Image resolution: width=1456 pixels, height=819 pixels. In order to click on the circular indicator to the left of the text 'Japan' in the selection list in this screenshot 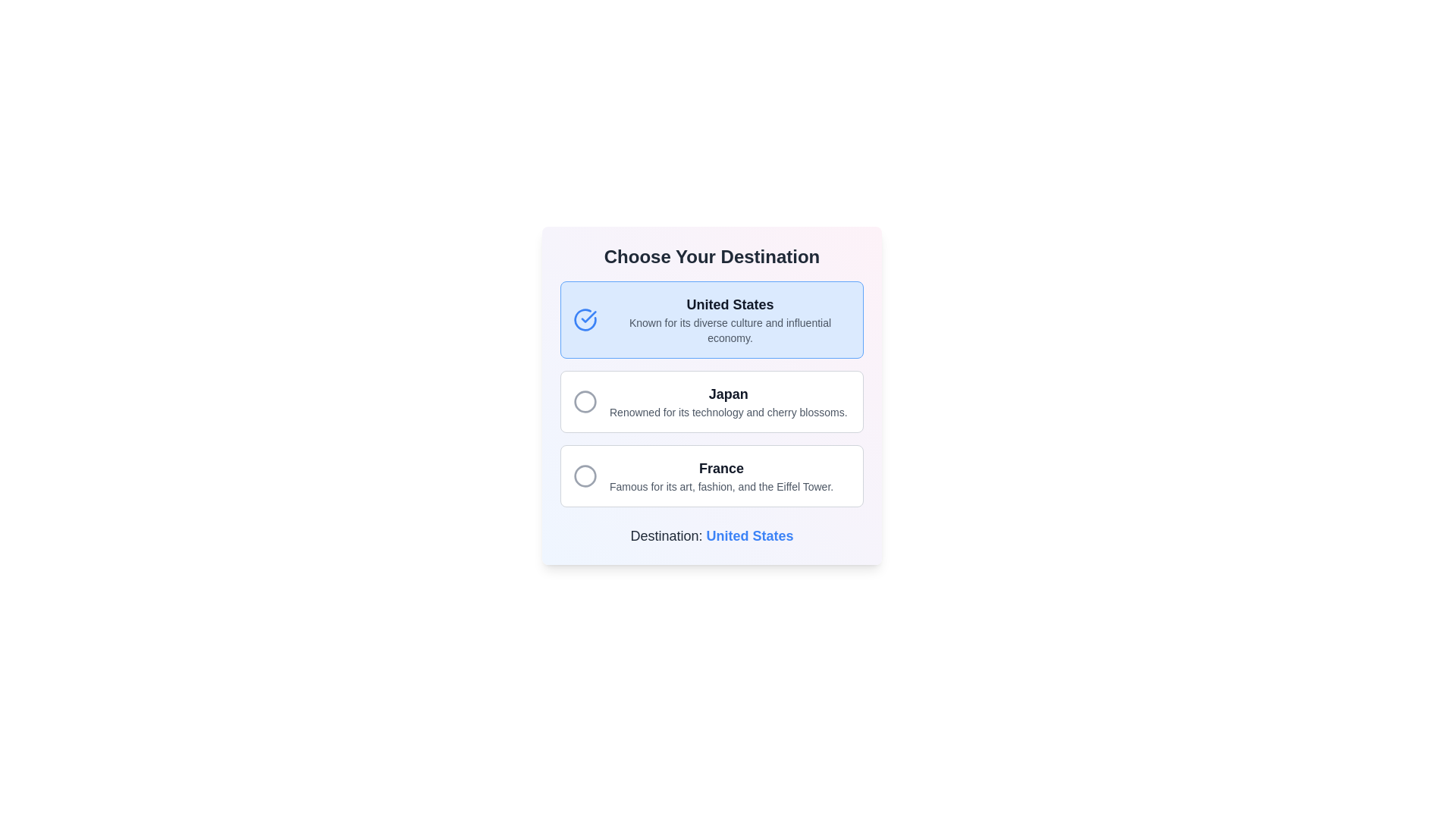, I will do `click(585, 400)`.